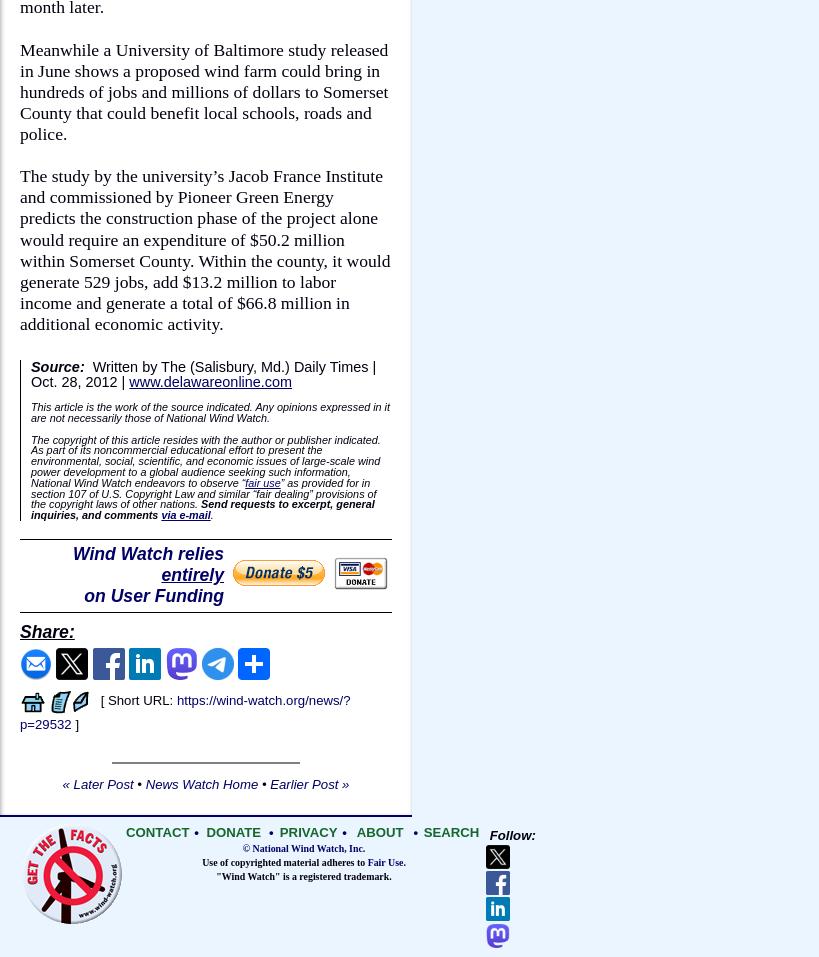 The image size is (819, 957). I want to click on 'Use of copyrighted material adheres to', so click(283, 862).